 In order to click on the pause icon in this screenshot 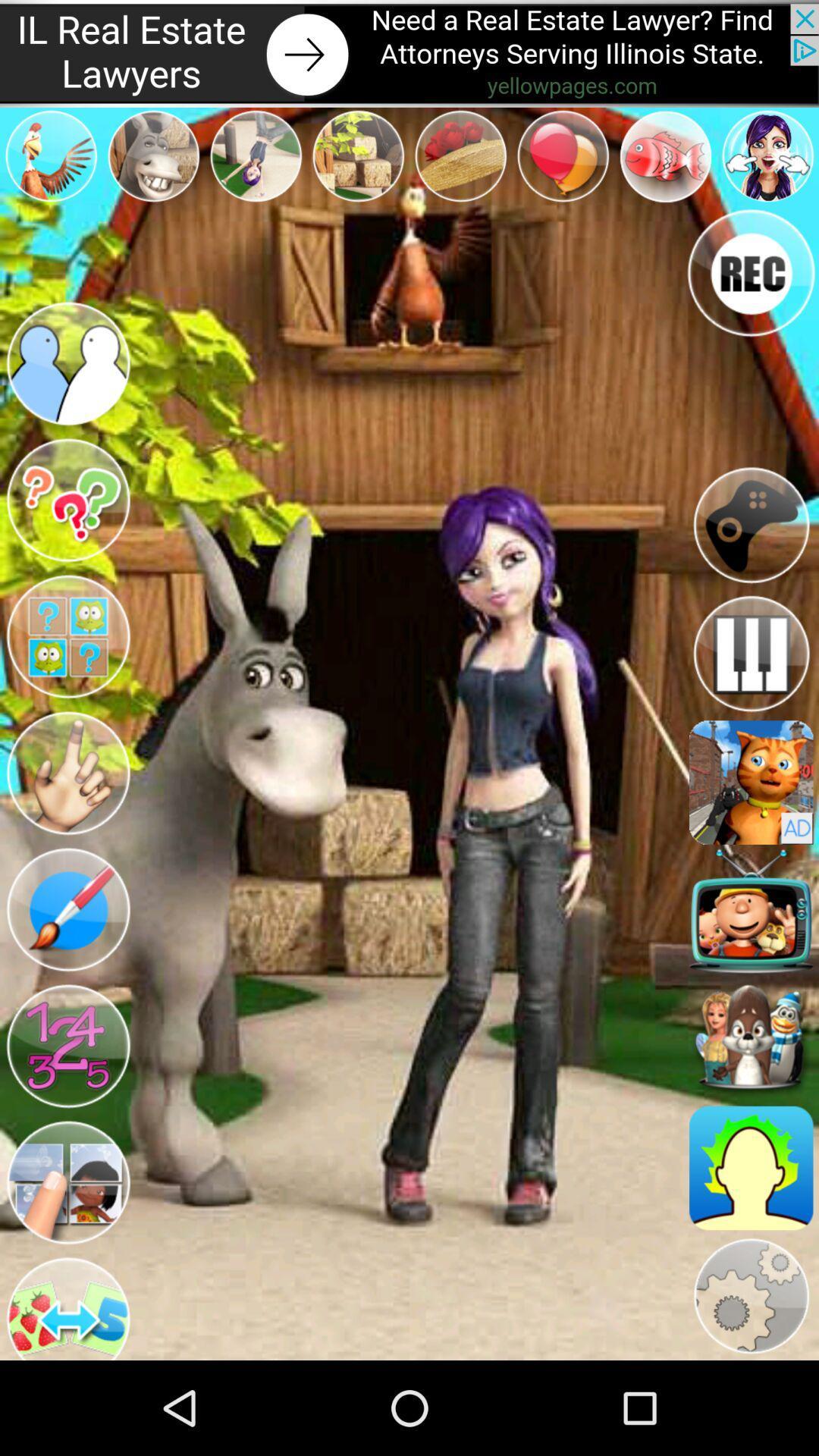, I will do `click(751, 699)`.